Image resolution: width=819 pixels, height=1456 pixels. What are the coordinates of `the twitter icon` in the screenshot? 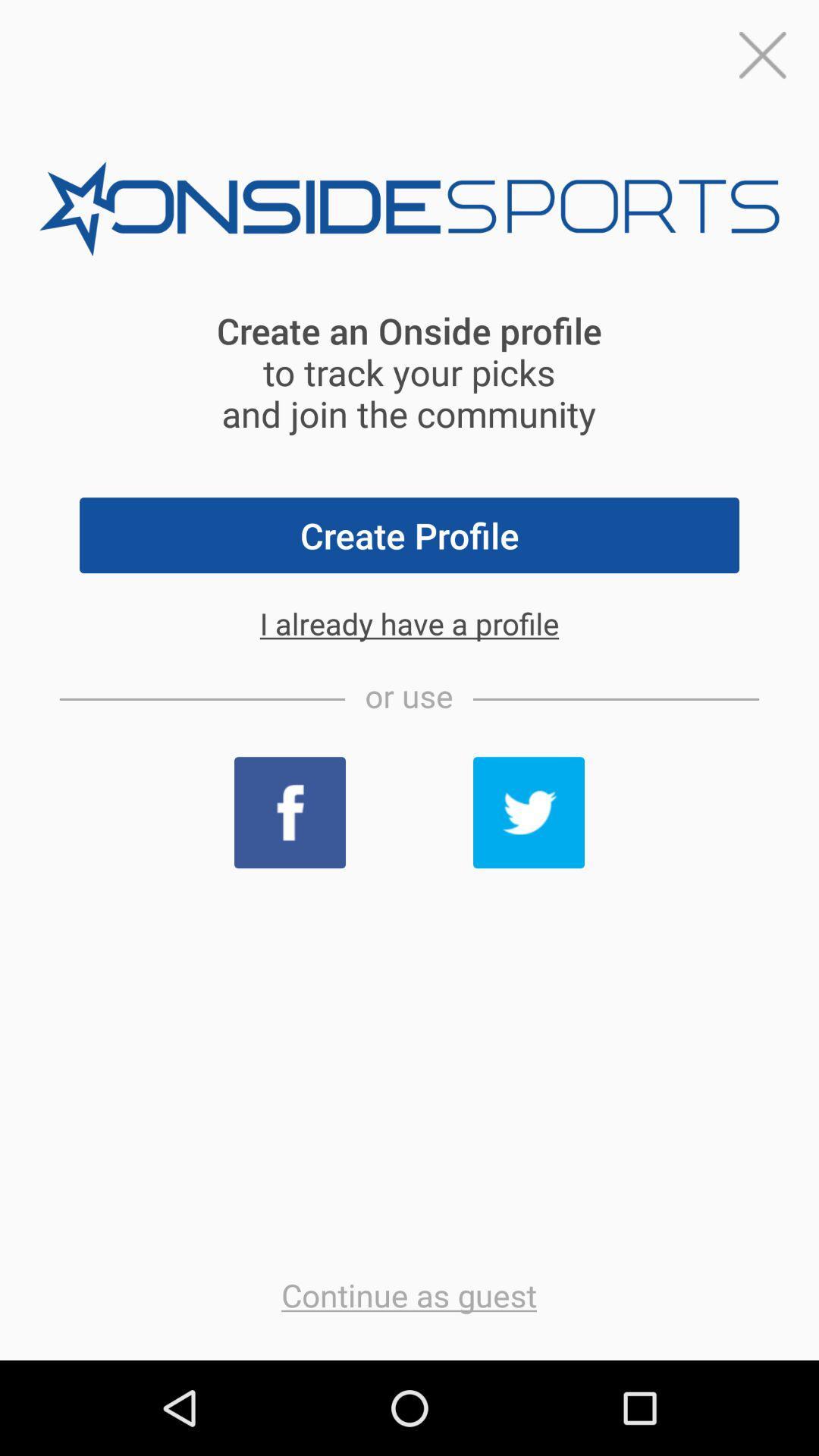 It's located at (528, 870).